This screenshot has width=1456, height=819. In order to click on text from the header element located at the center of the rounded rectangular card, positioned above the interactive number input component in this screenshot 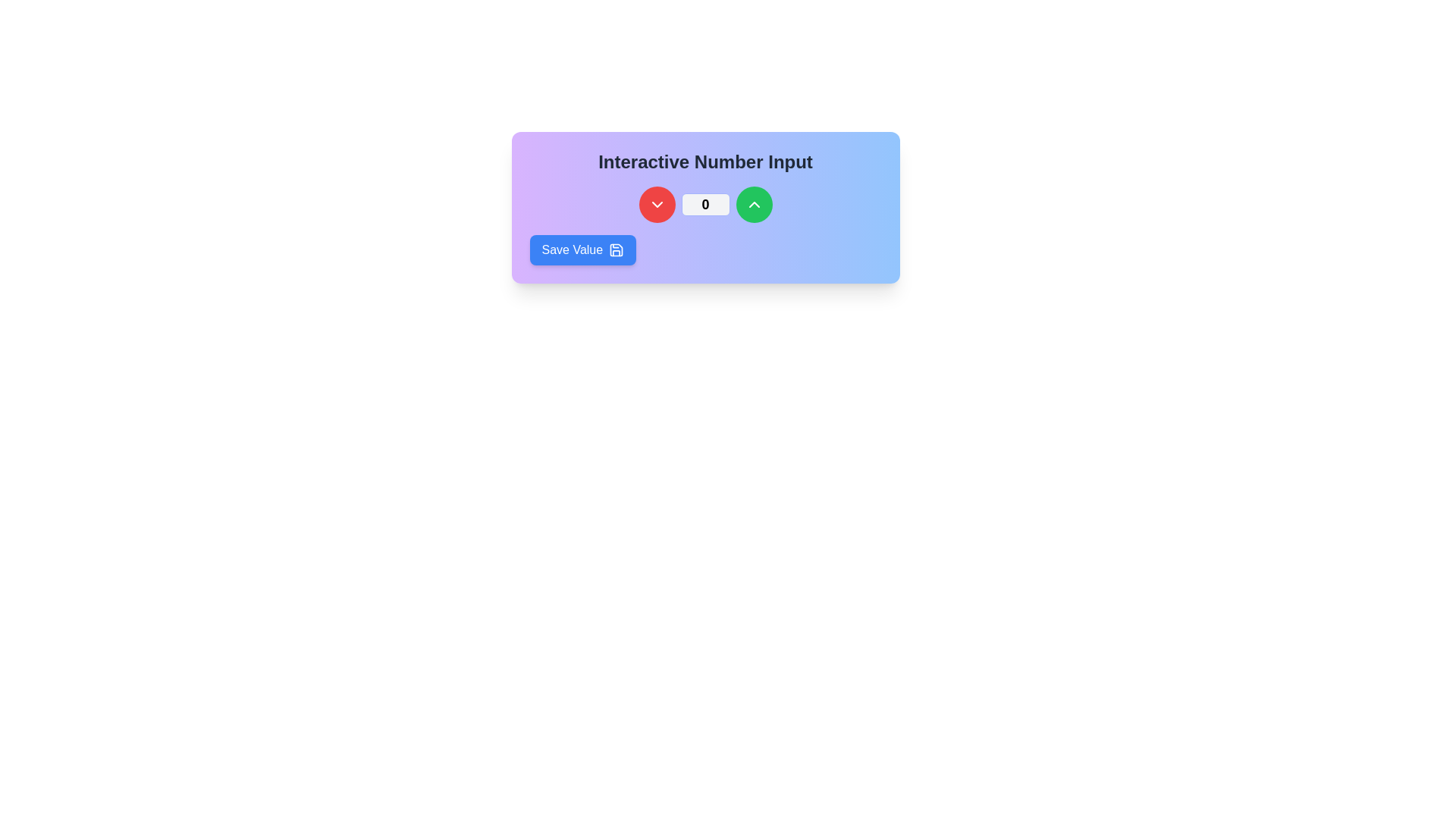, I will do `click(704, 162)`.